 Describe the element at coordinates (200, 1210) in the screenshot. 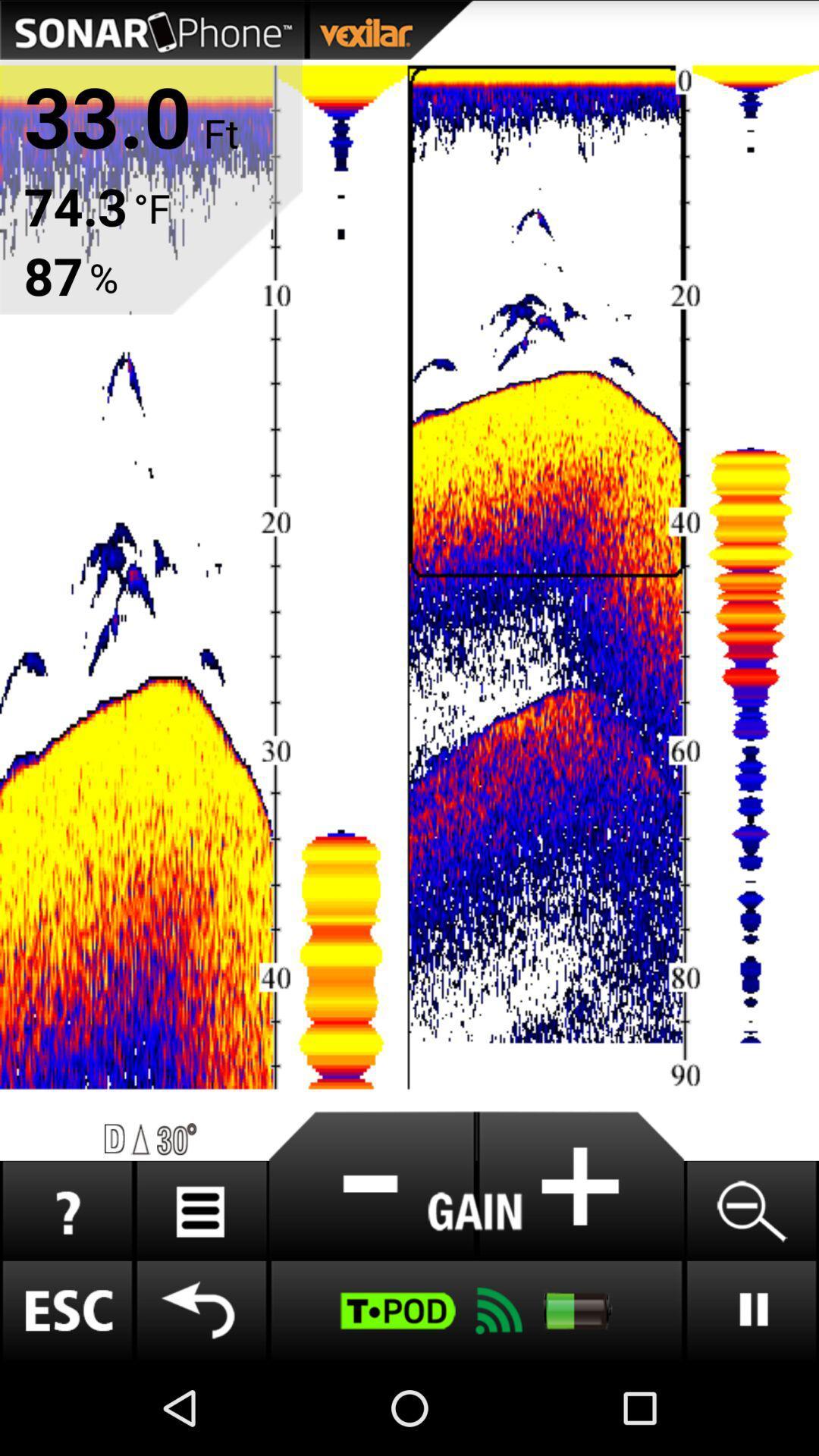

I see `shows the menu option` at that location.